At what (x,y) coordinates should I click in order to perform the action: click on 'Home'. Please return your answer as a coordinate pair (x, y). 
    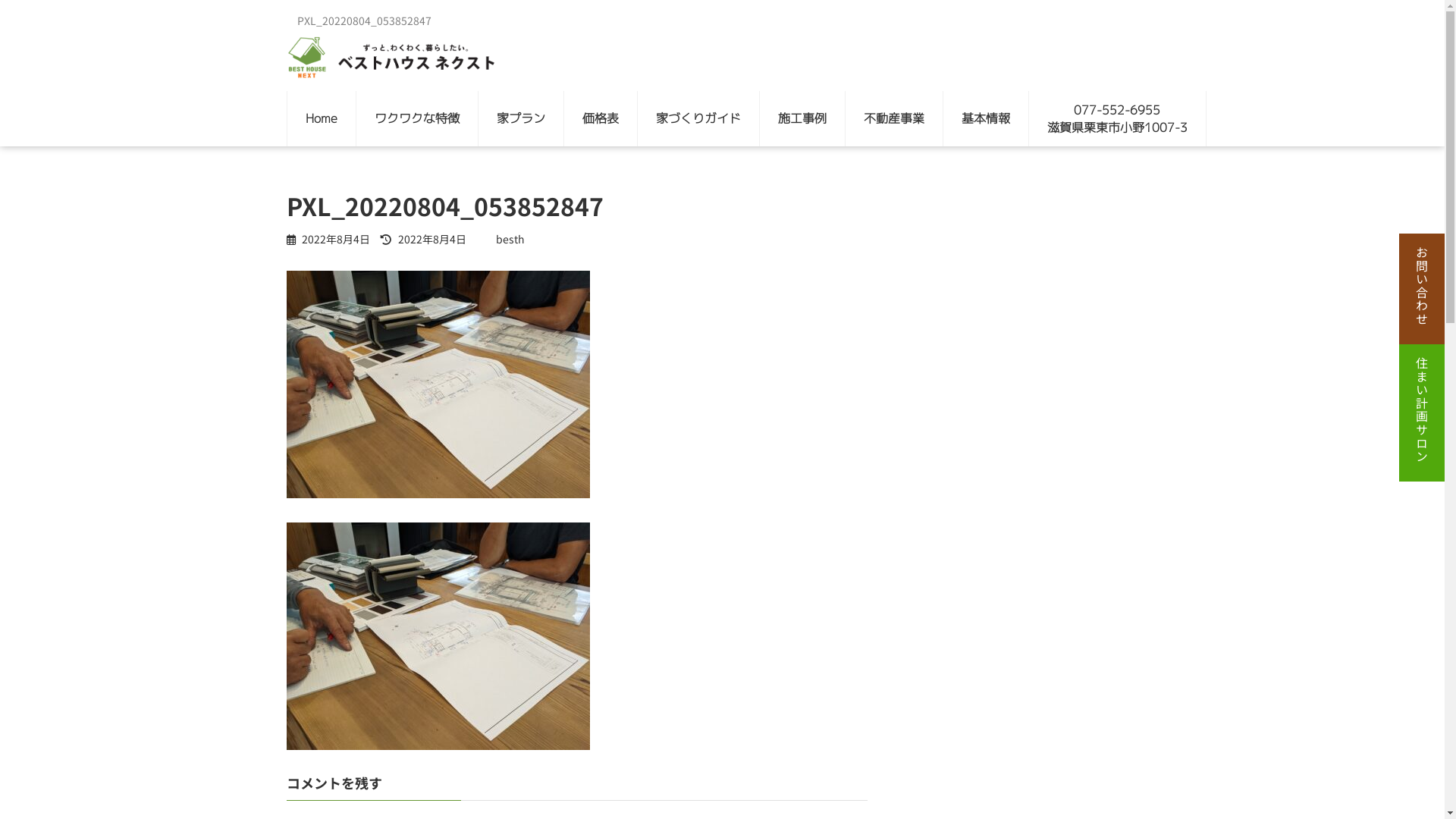
    Looking at the image, I should click on (319, 118).